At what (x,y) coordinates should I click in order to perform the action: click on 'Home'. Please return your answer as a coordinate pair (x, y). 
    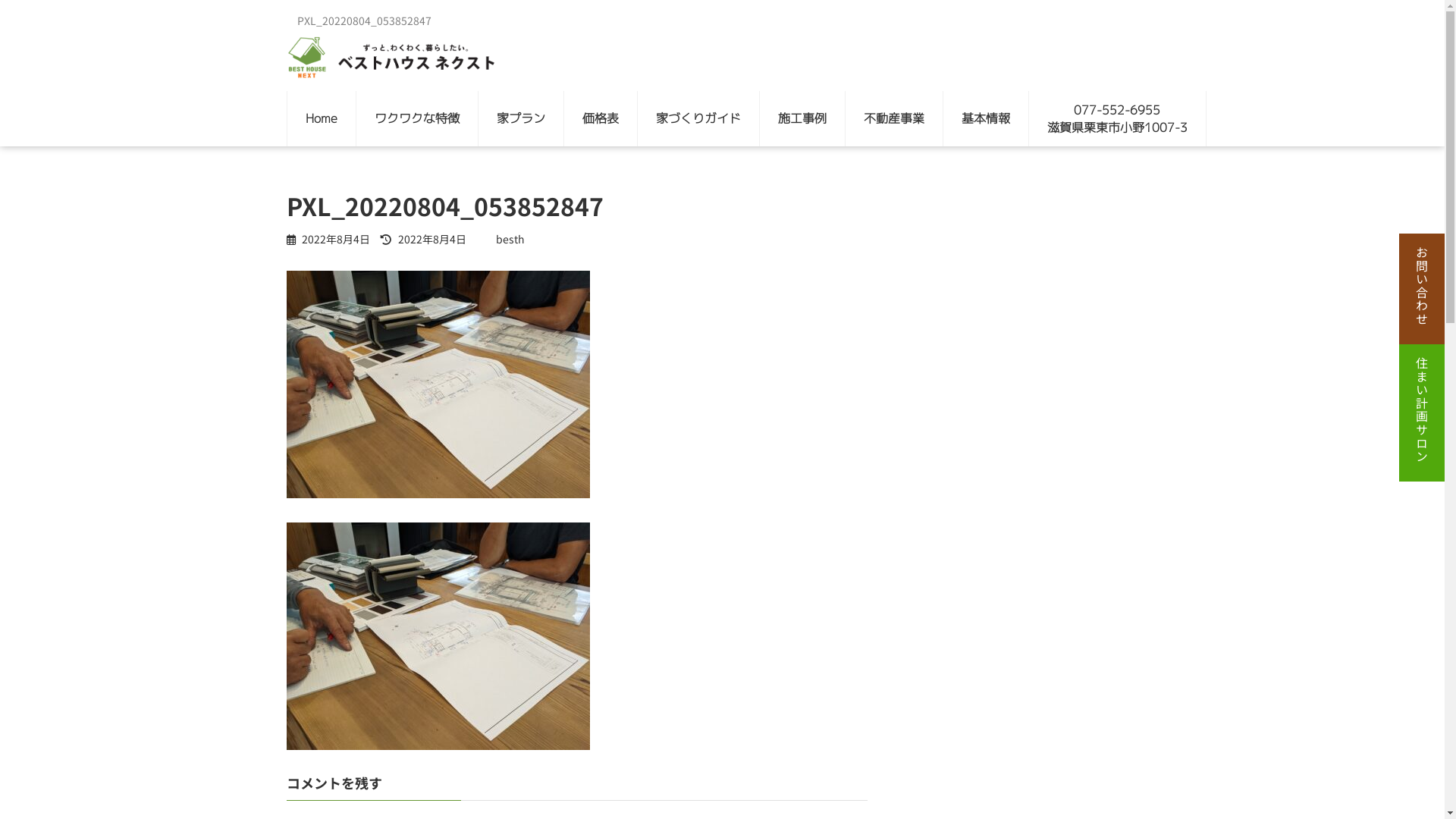
    Looking at the image, I should click on (319, 118).